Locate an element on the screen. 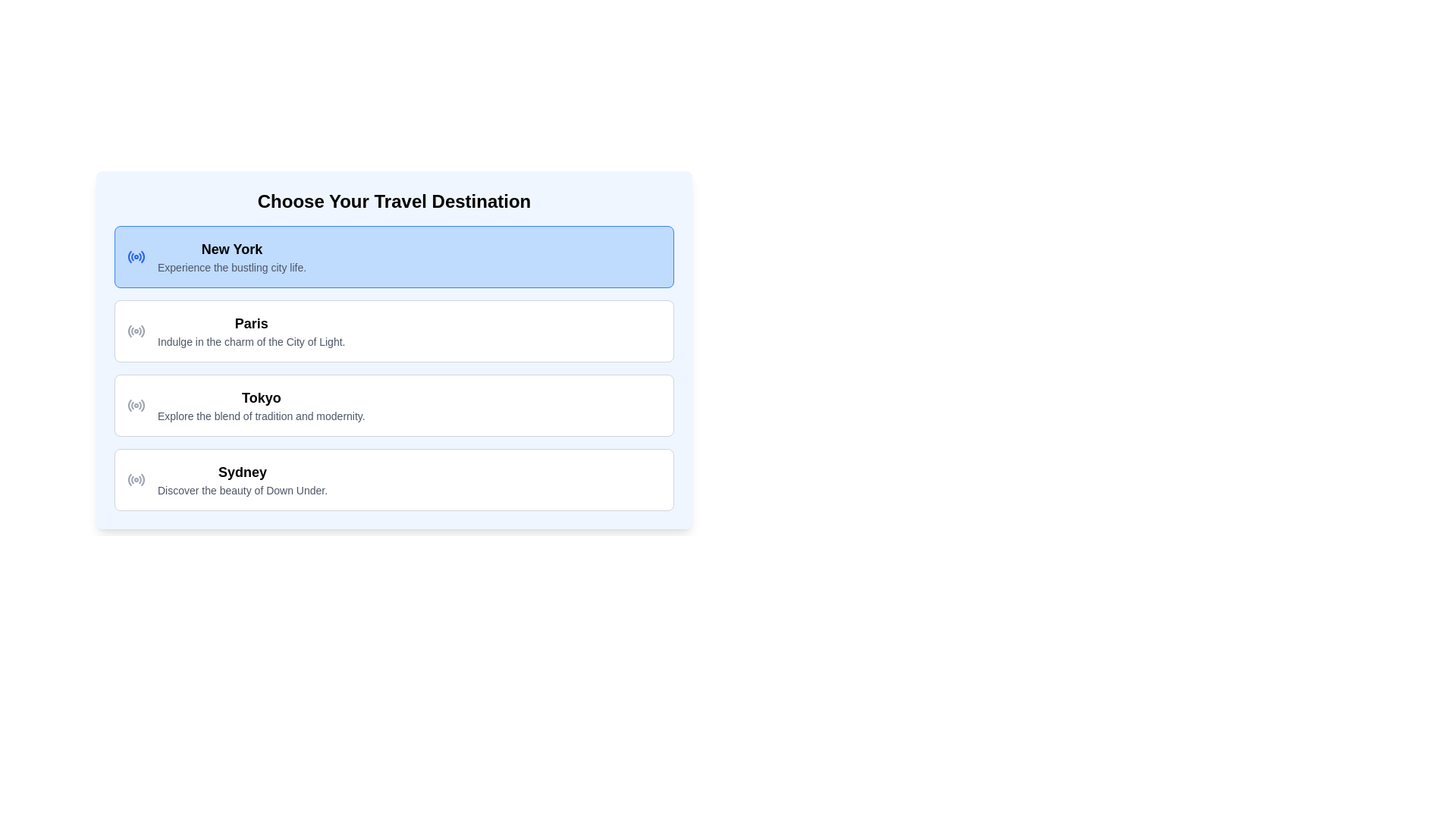 The width and height of the screenshot is (1456, 819). the selectable list item labeled 'Paris' is located at coordinates (394, 330).